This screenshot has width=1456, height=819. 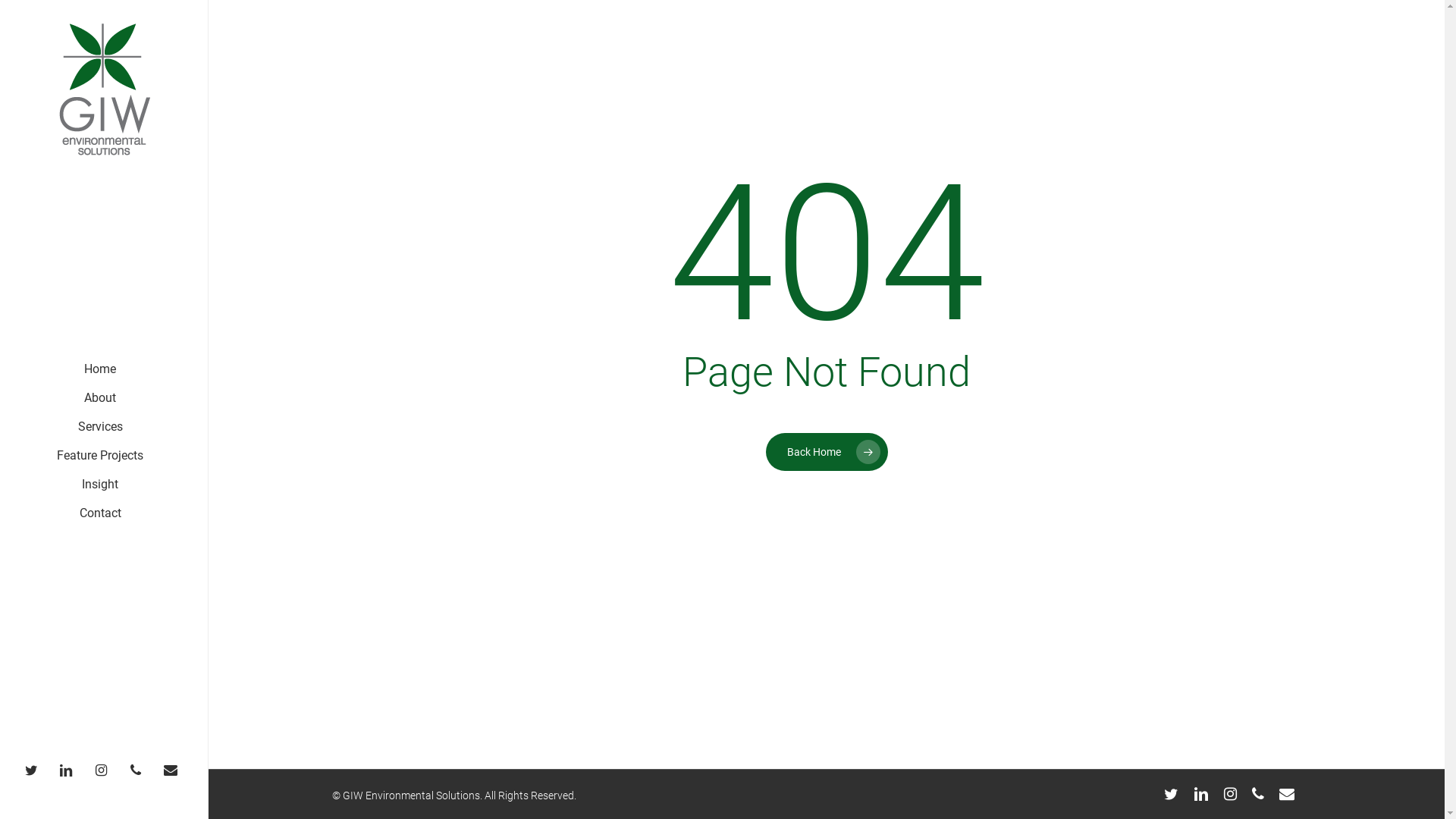 What do you see at coordinates (68, 769) in the screenshot?
I see `'linkedin'` at bounding box center [68, 769].